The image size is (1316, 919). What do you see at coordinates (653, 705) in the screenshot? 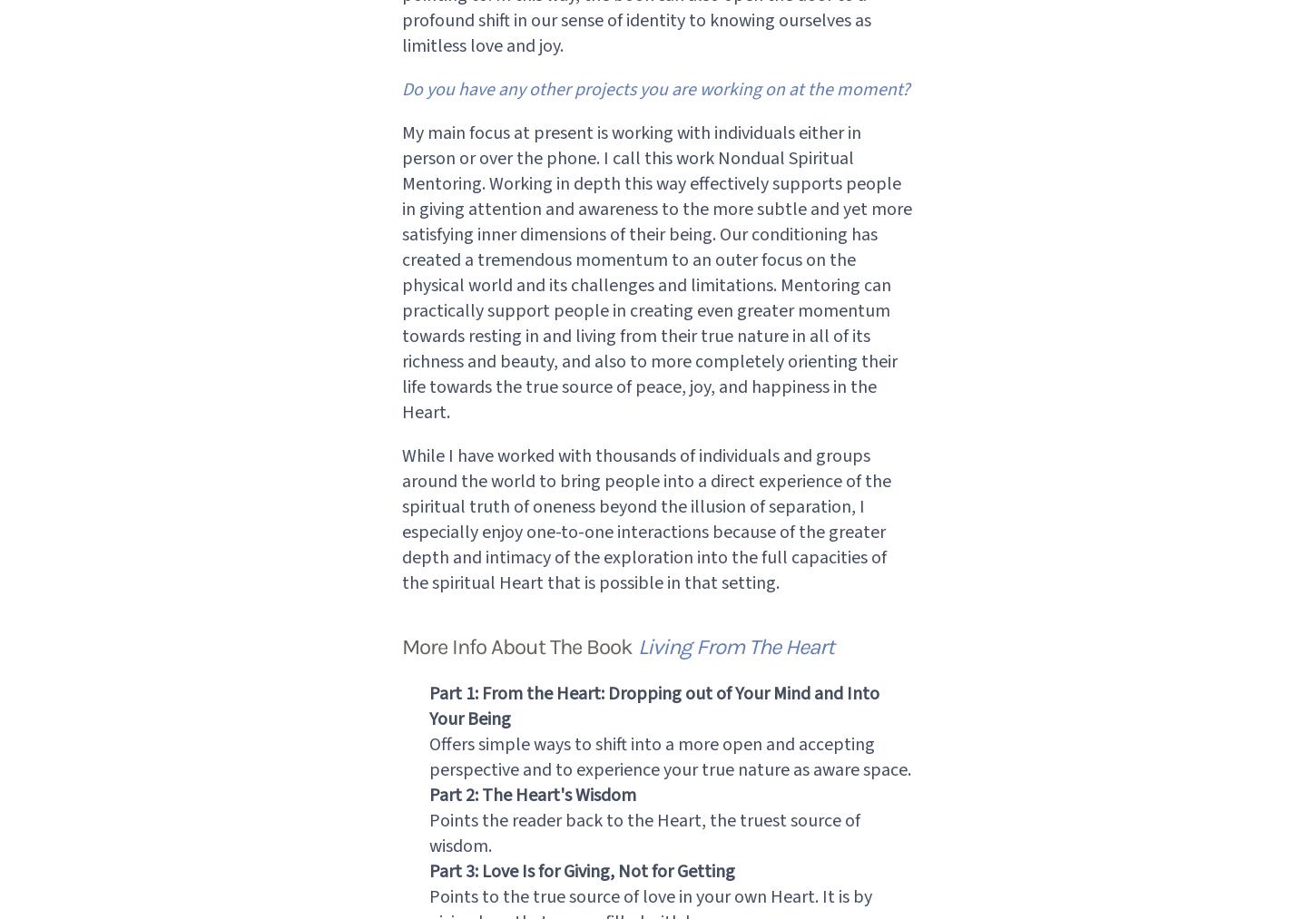
I see `'Part 1: From the Heart: Dropping out of Your Mind and Into Your Being'` at bounding box center [653, 705].